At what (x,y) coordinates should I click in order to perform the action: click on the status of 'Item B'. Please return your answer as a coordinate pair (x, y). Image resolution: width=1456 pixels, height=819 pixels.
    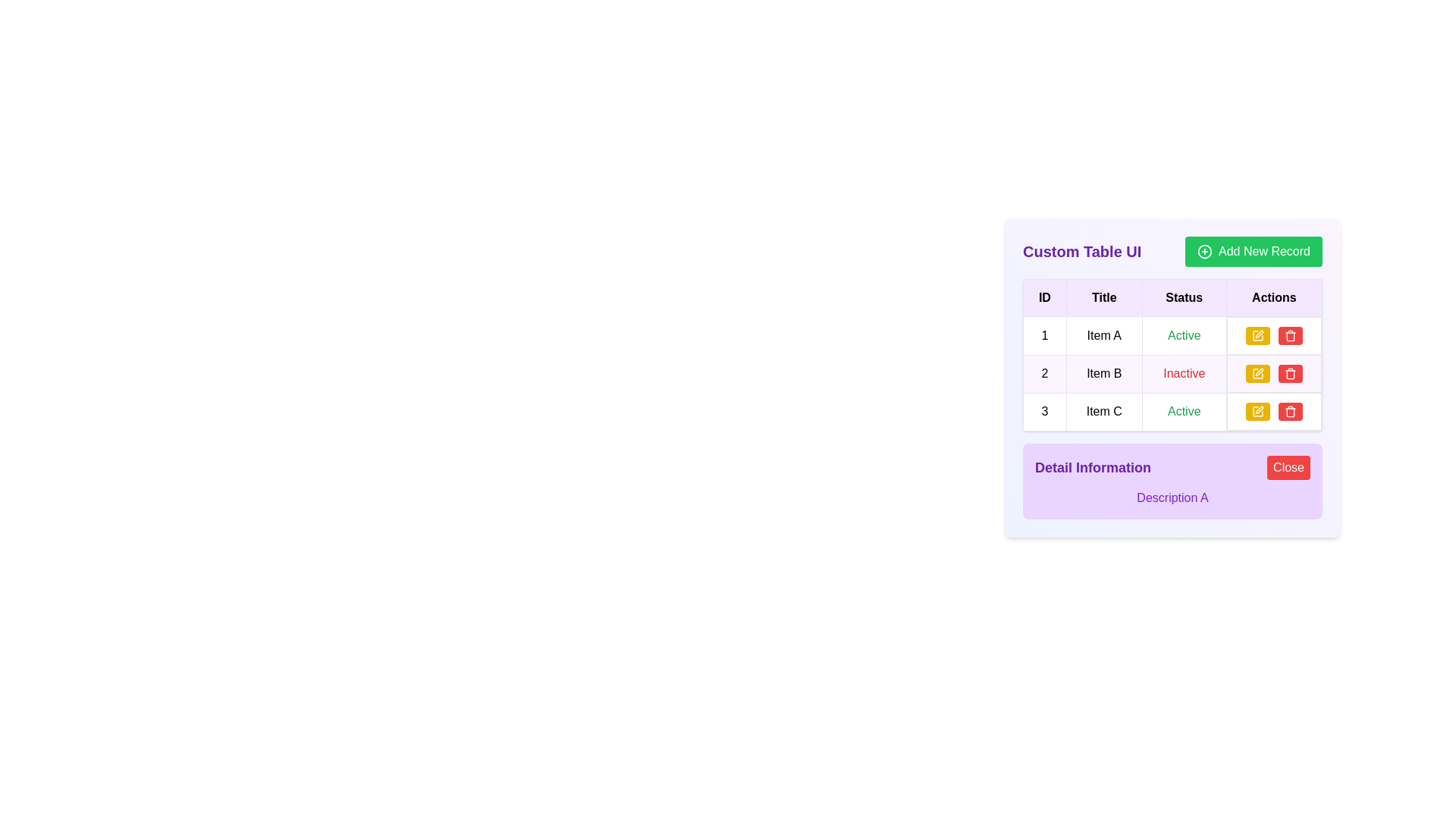
    Looking at the image, I should click on (1183, 374).